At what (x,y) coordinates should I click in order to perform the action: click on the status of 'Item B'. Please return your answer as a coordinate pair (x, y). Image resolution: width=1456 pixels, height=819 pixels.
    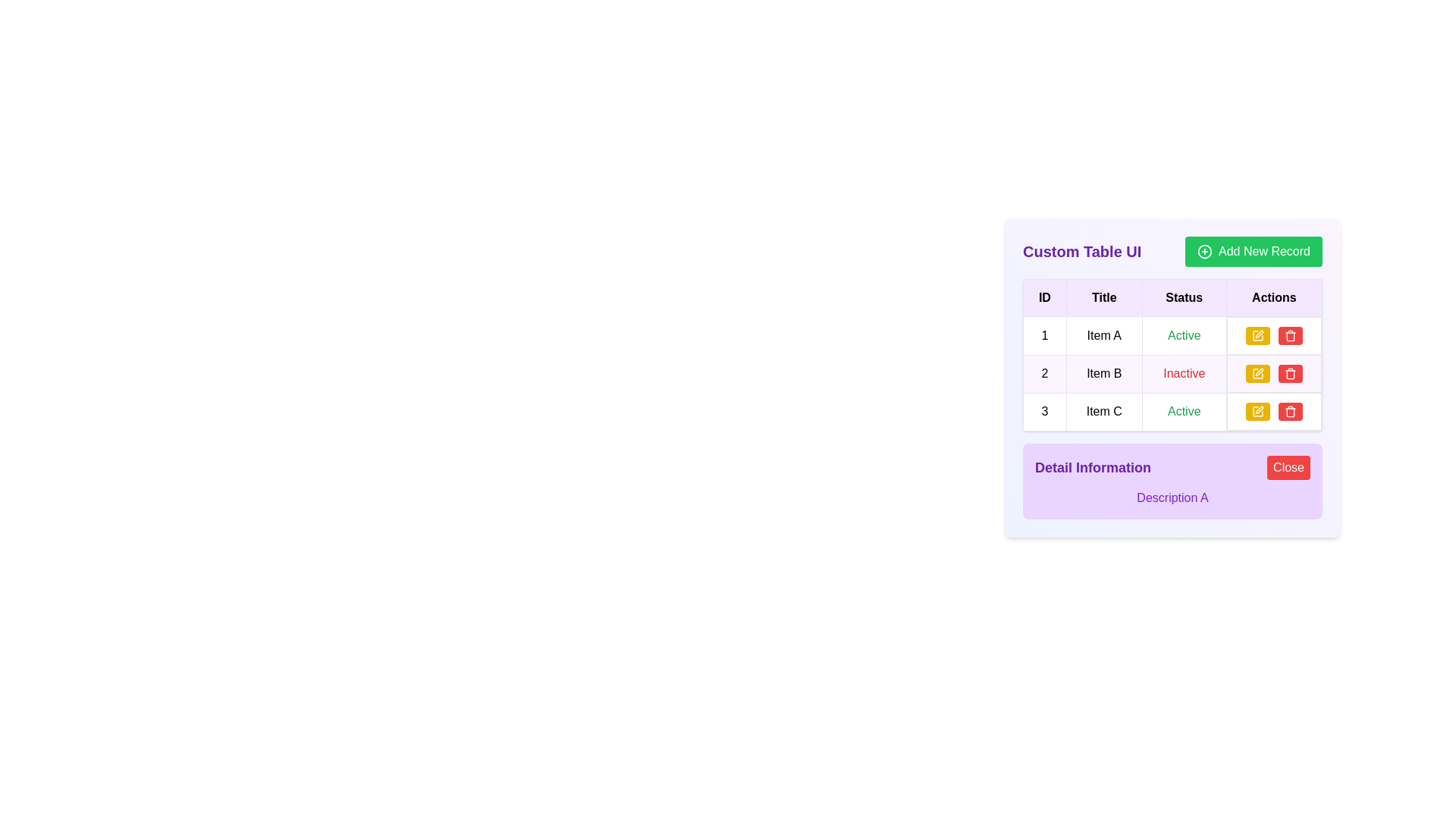
    Looking at the image, I should click on (1183, 374).